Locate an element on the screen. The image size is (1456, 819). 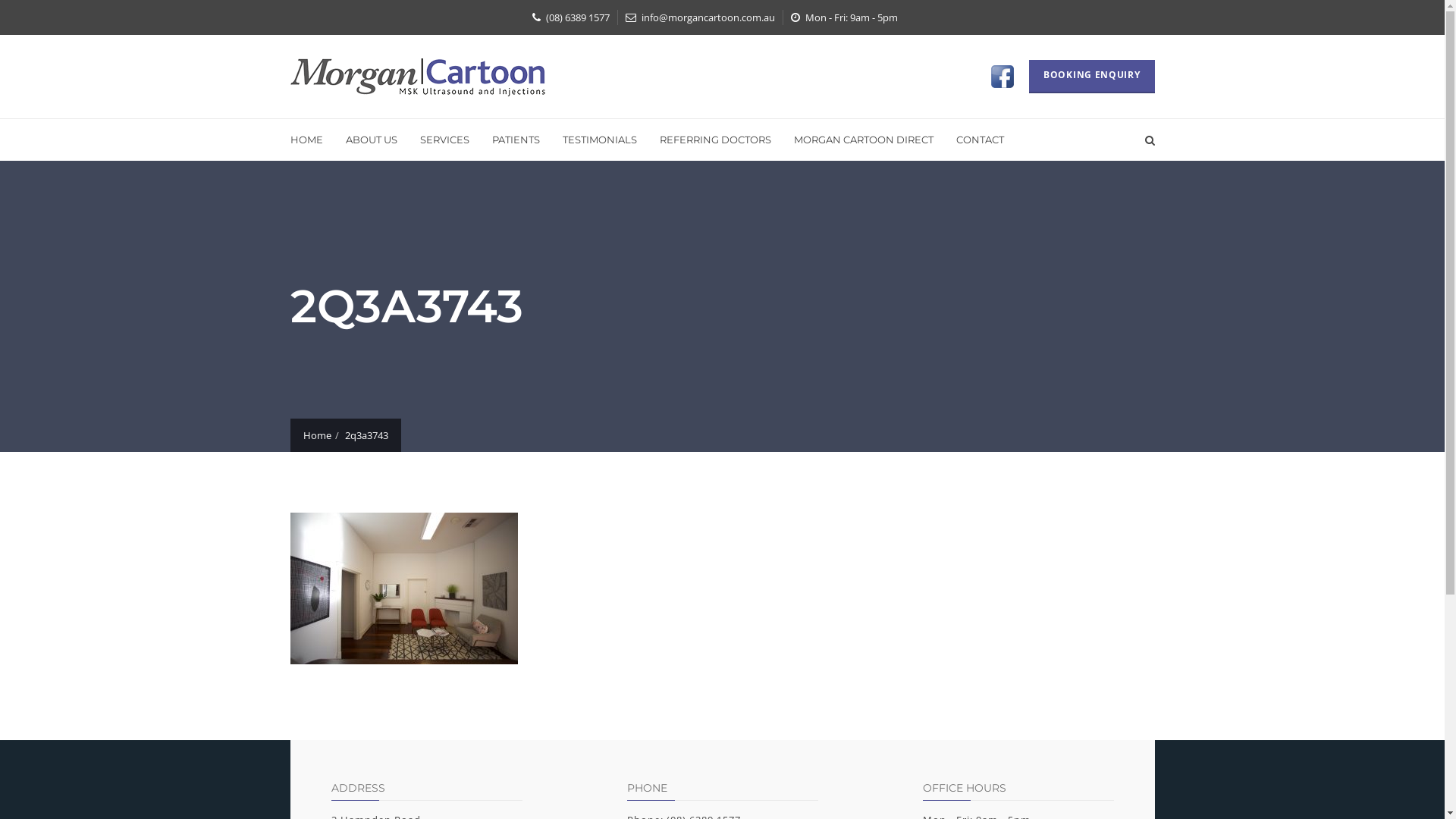
'TESTIMONIALS' is located at coordinates (598, 140).